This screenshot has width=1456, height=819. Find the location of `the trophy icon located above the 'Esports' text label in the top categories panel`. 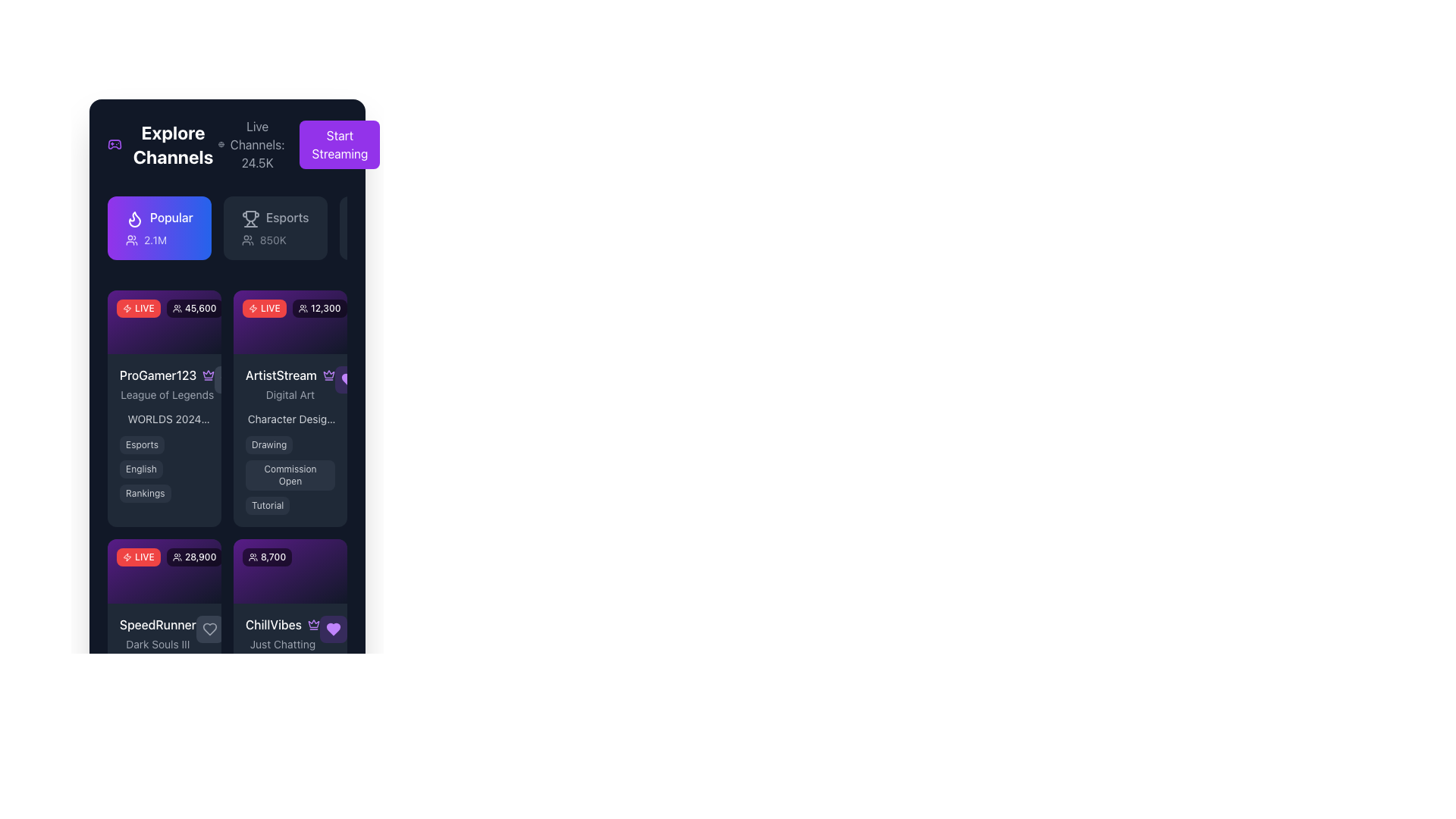

the trophy icon located above the 'Esports' text label in the top categories panel is located at coordinates (250, 219).